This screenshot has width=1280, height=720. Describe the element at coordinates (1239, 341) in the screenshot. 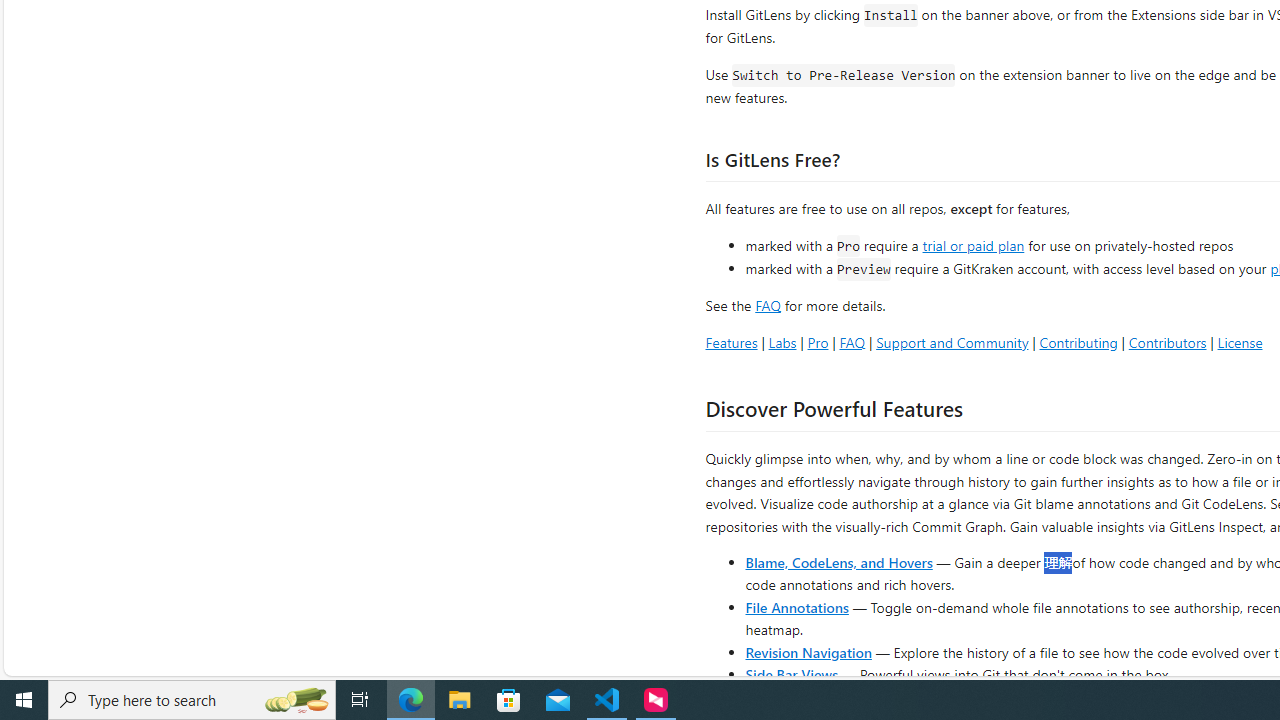

I see `'License'` at that location.